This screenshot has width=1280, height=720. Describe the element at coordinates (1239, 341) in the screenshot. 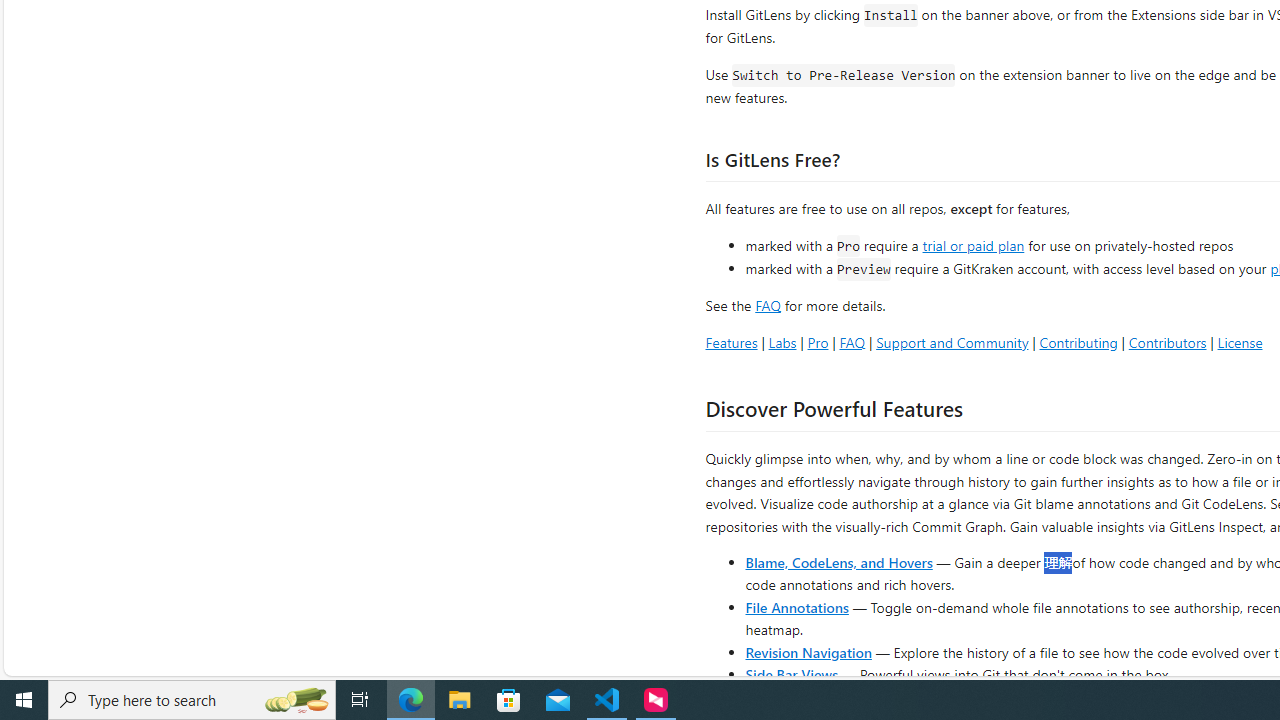

I see `'License'` at that location.